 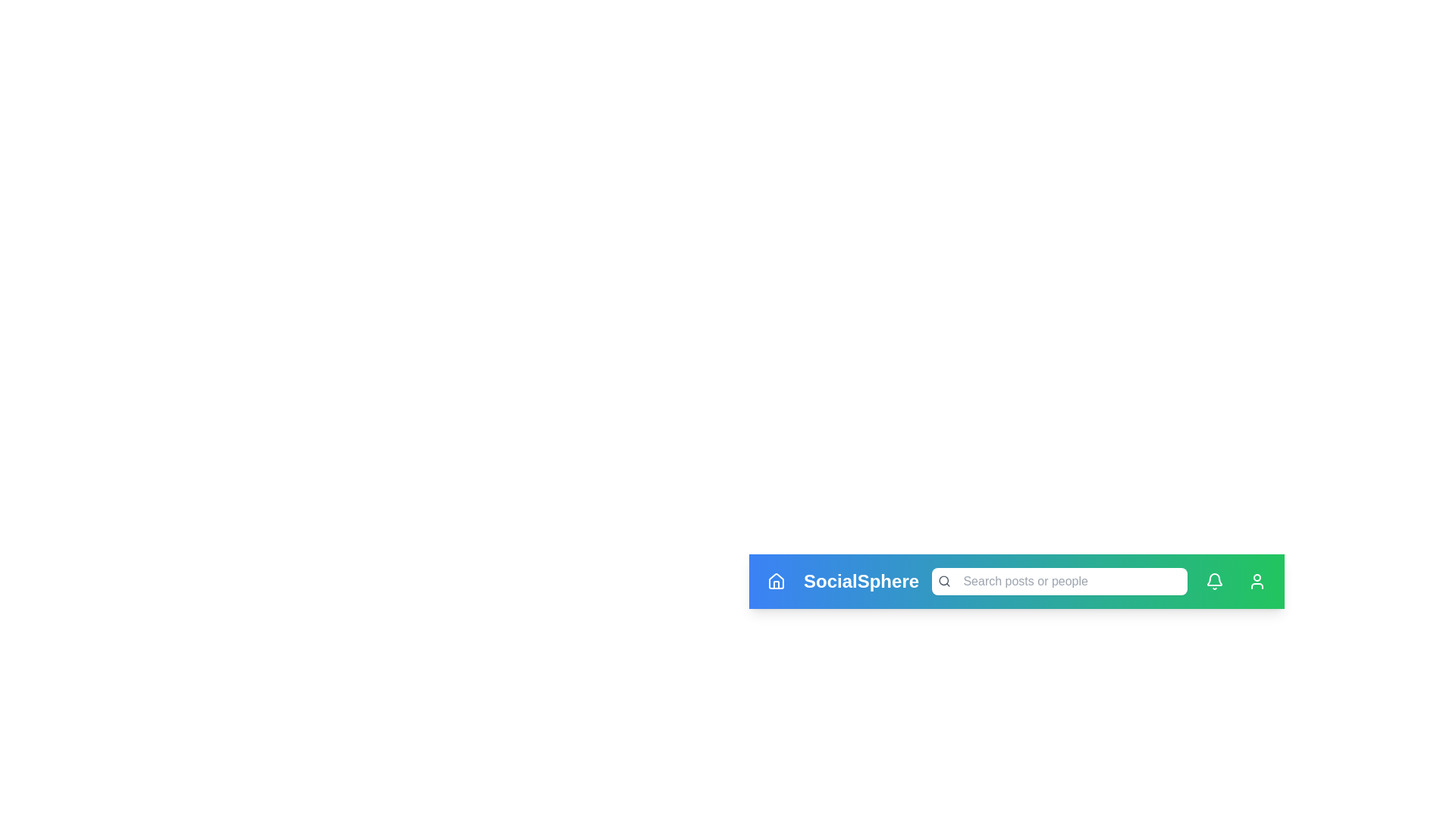 What do you see at coordinates (1257, 581) in the screenshot?
I see `the user icon to open the profile menu` at bounding box center [1257, 581].